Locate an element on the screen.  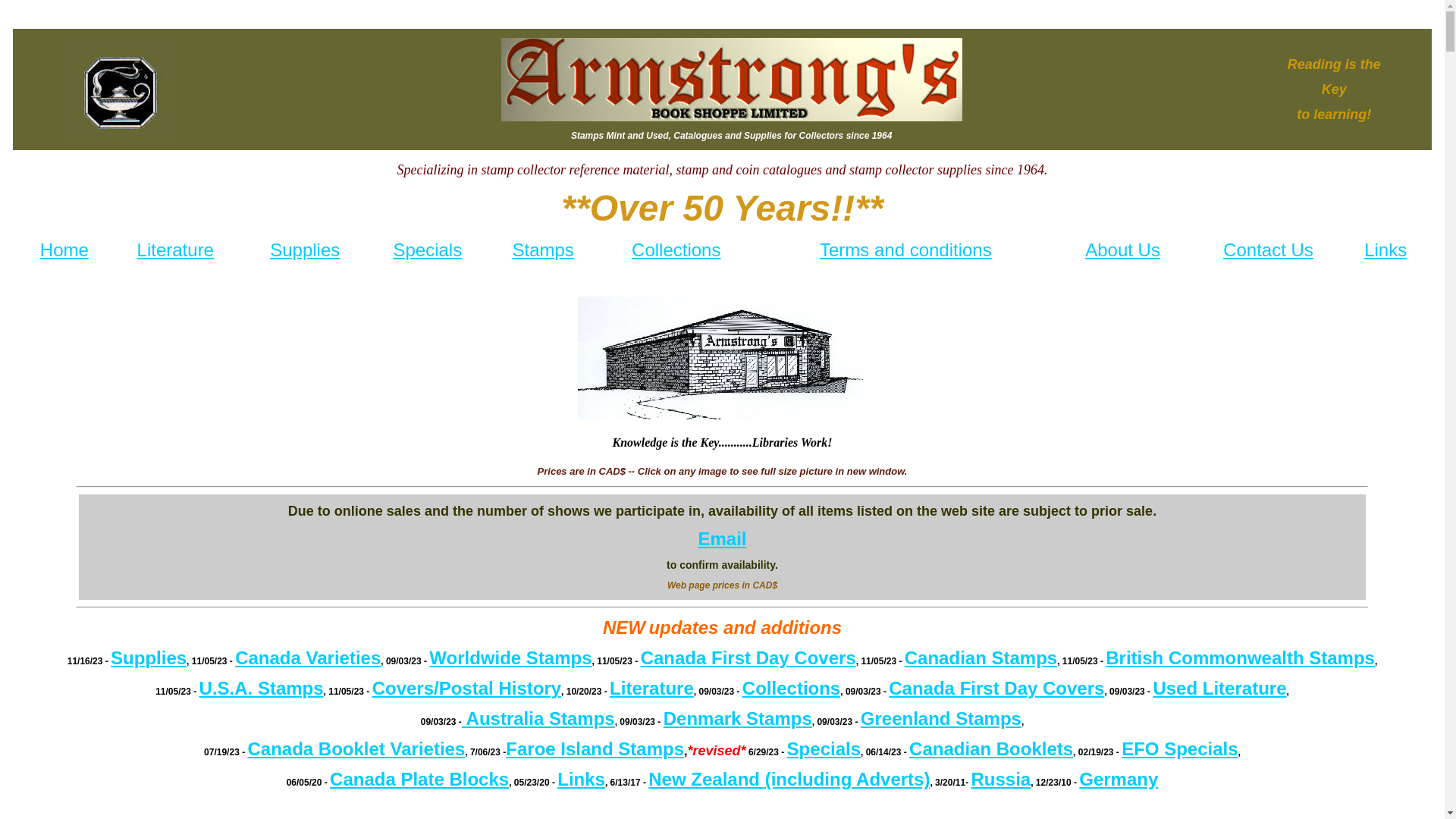
'Canada Varieties' is located at coordinates (234, 657).